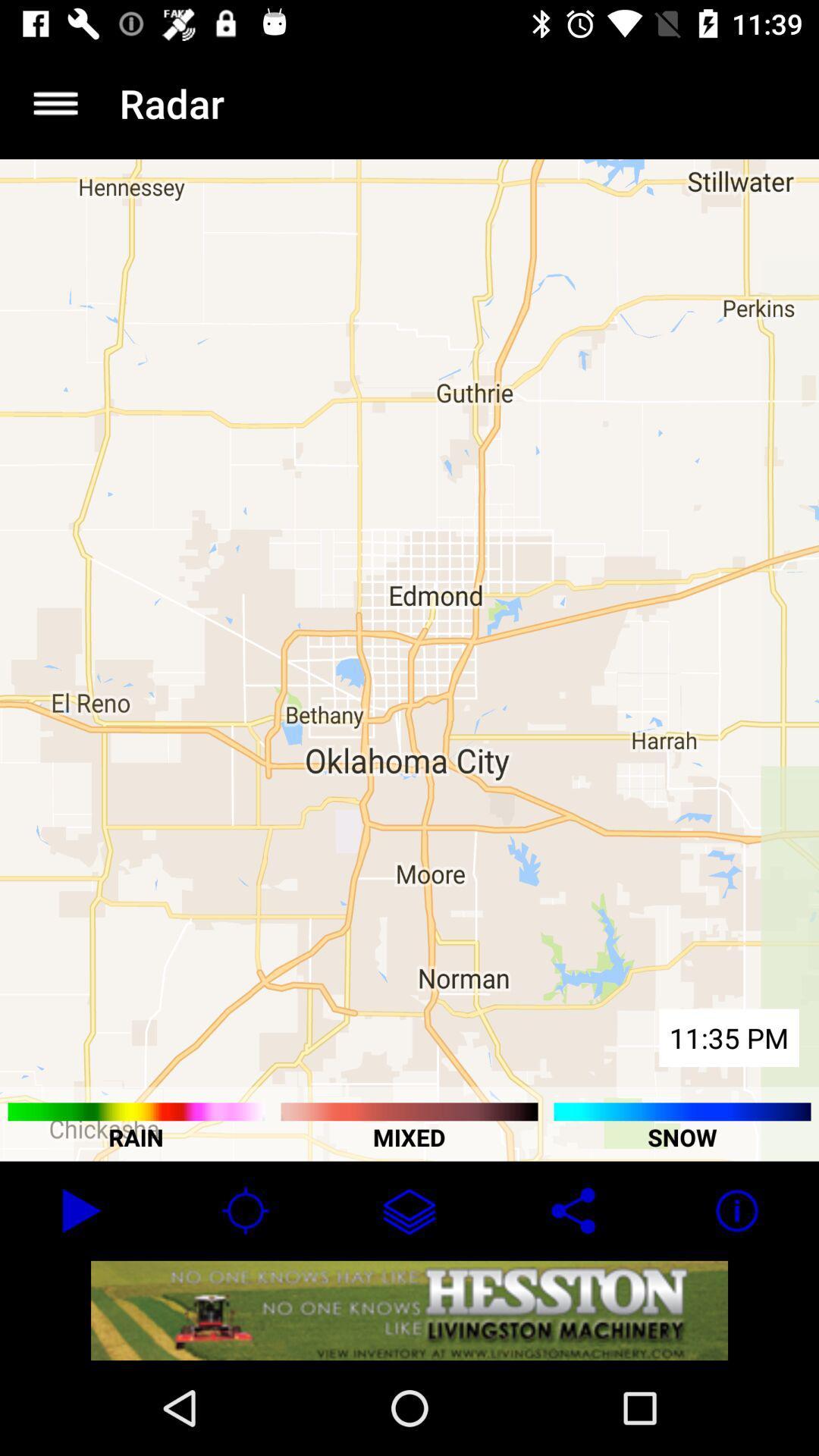  I want to click on open advertisement, so click(409, 1310).